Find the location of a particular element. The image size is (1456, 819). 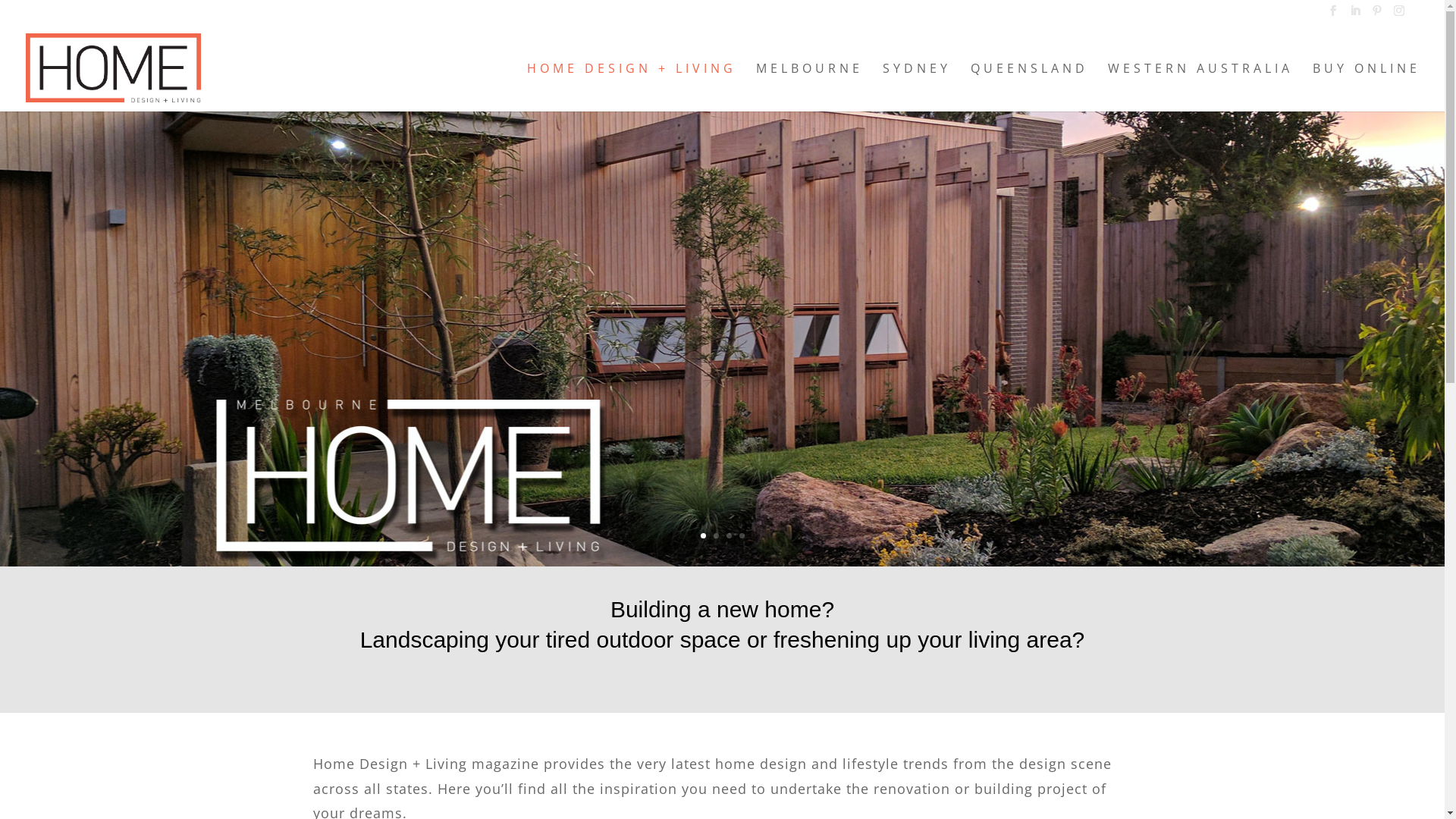

'SYDNEY' is located at coordinates (916, 86).